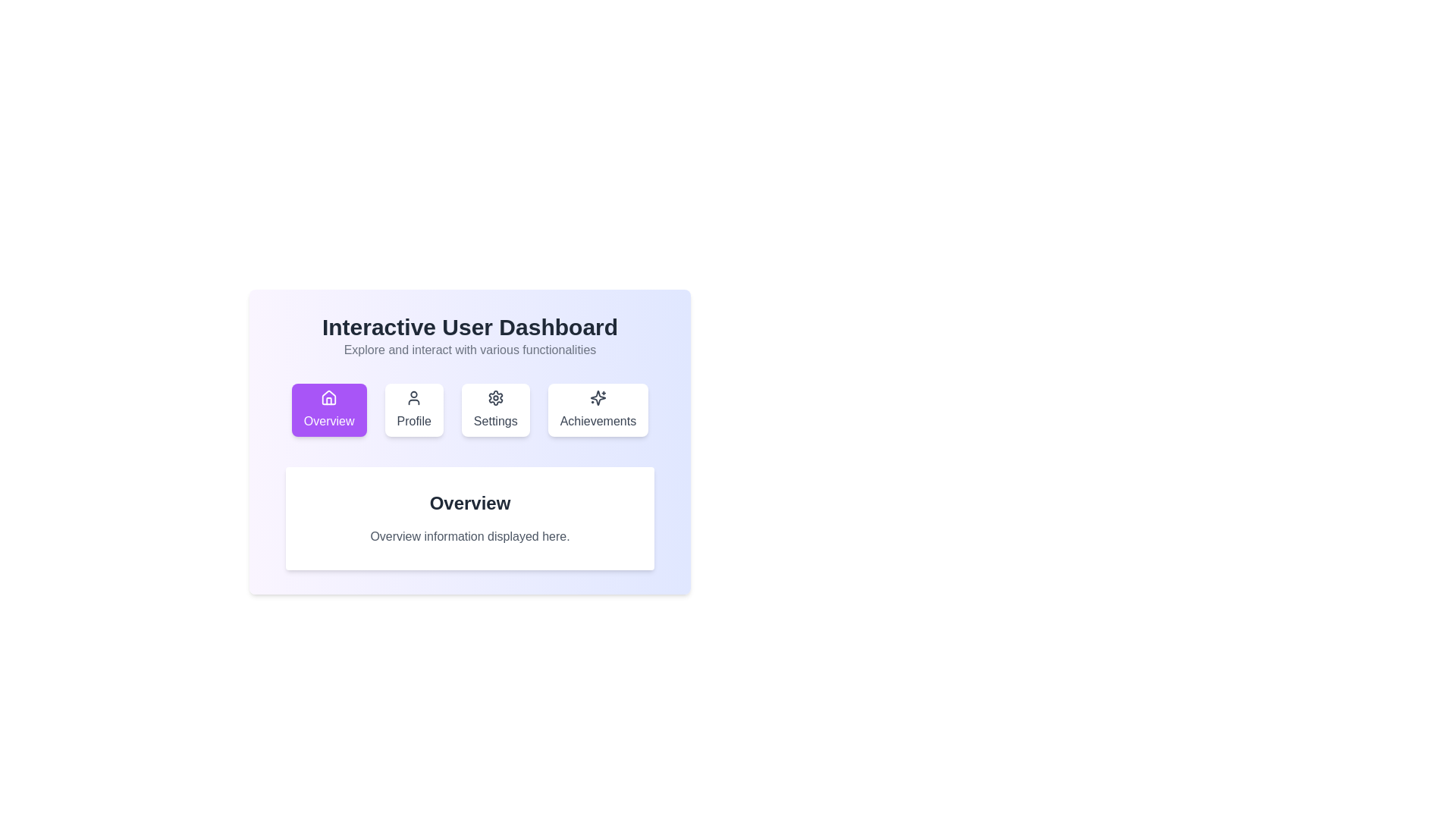  What do you see at coordinates (469, 335) in the screenshot?
I see `the header text block that serves as the introduction for the user dashboard interface, which is positioned above the row of buttons` at bounding box center [469, 335].